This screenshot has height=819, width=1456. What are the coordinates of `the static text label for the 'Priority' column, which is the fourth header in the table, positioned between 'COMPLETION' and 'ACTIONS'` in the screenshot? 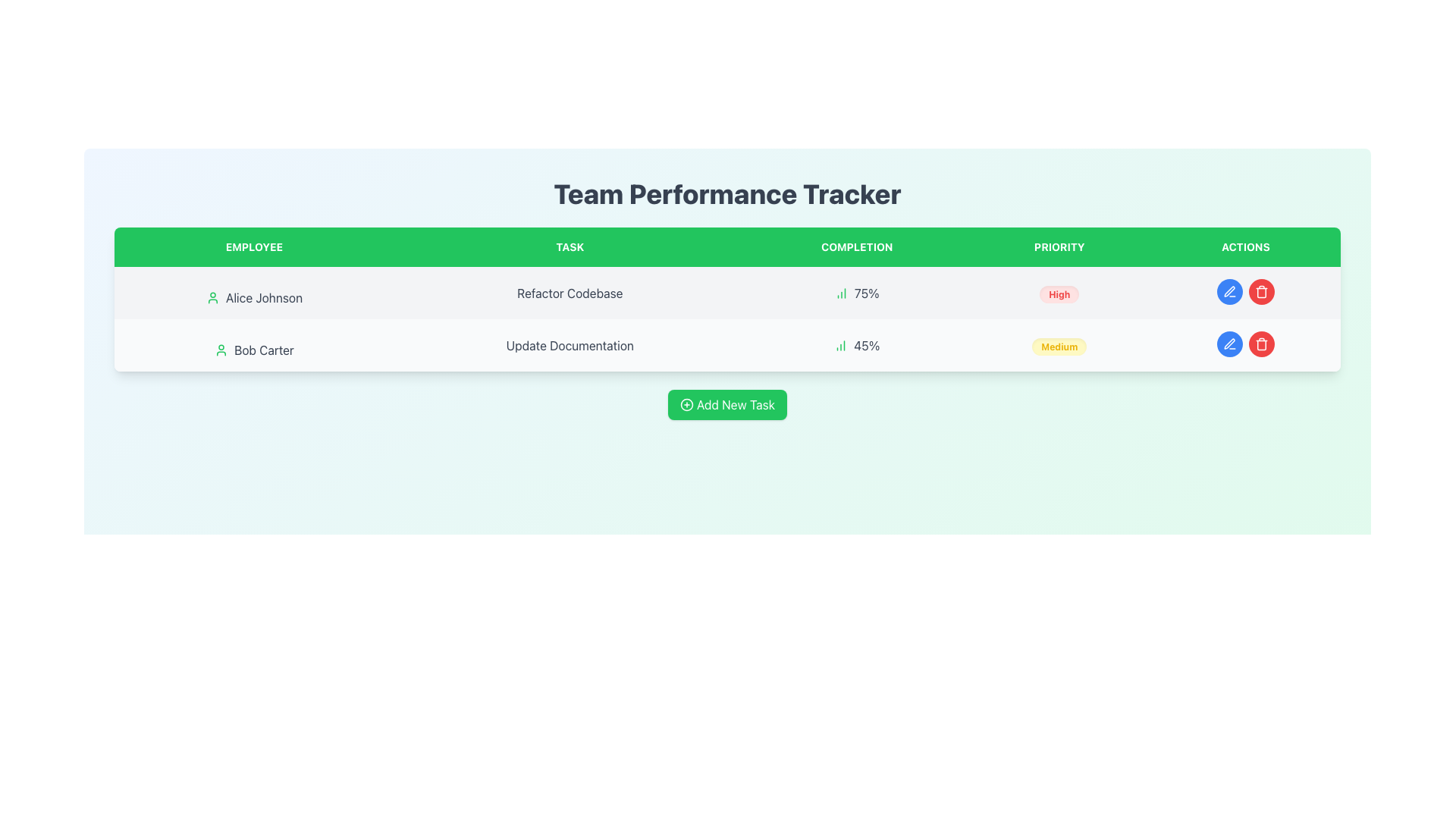 It's located at (1059, 246).